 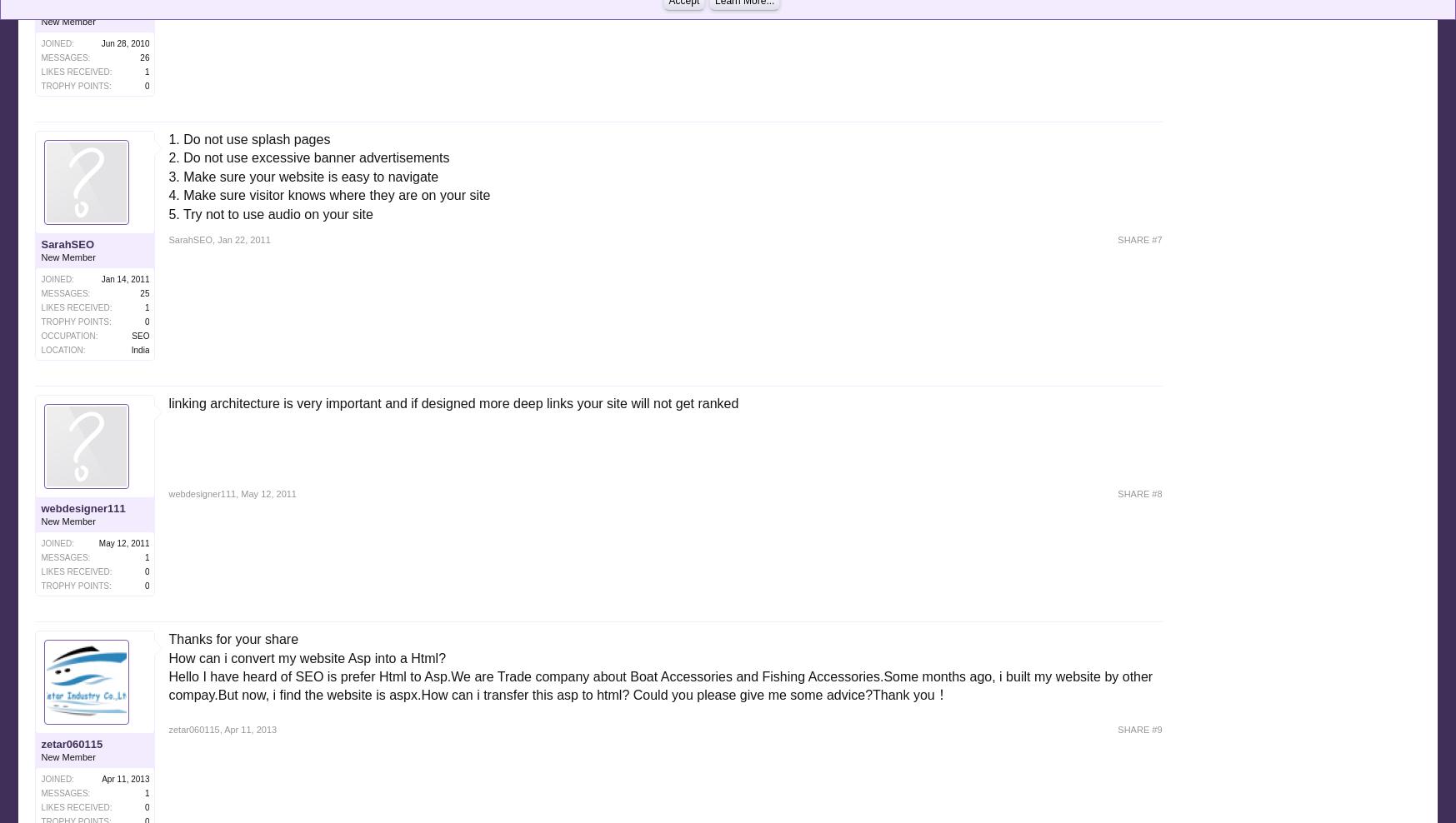 What do you see at coordinates (306, 656) in the screenshot?
I see `'How can i convert my website Asp into a Html?'` at bounding box center [306, 656].